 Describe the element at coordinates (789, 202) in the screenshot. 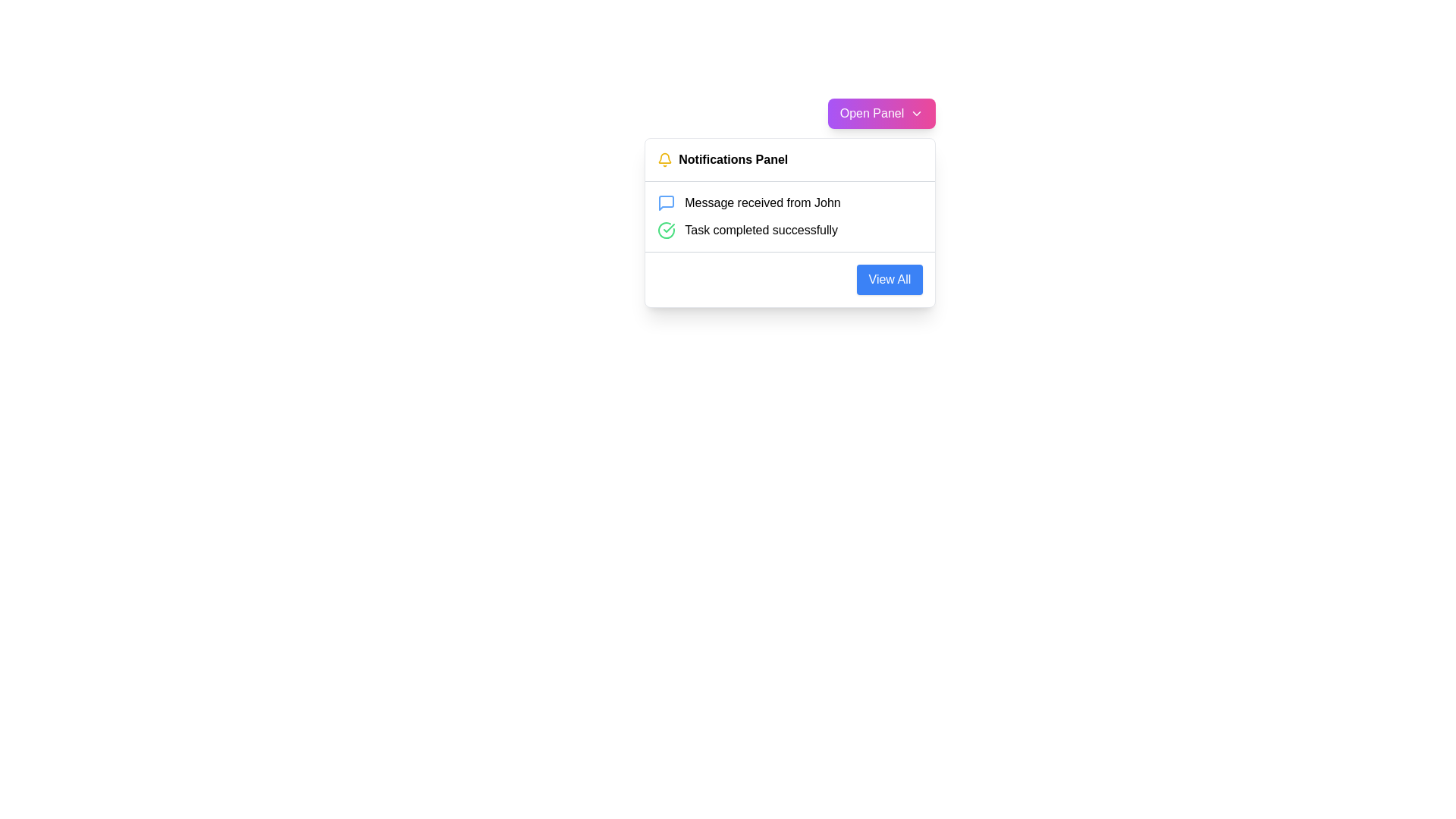

I see `the notification displaying 'Message received from John' at the top of the notification list` at that location.